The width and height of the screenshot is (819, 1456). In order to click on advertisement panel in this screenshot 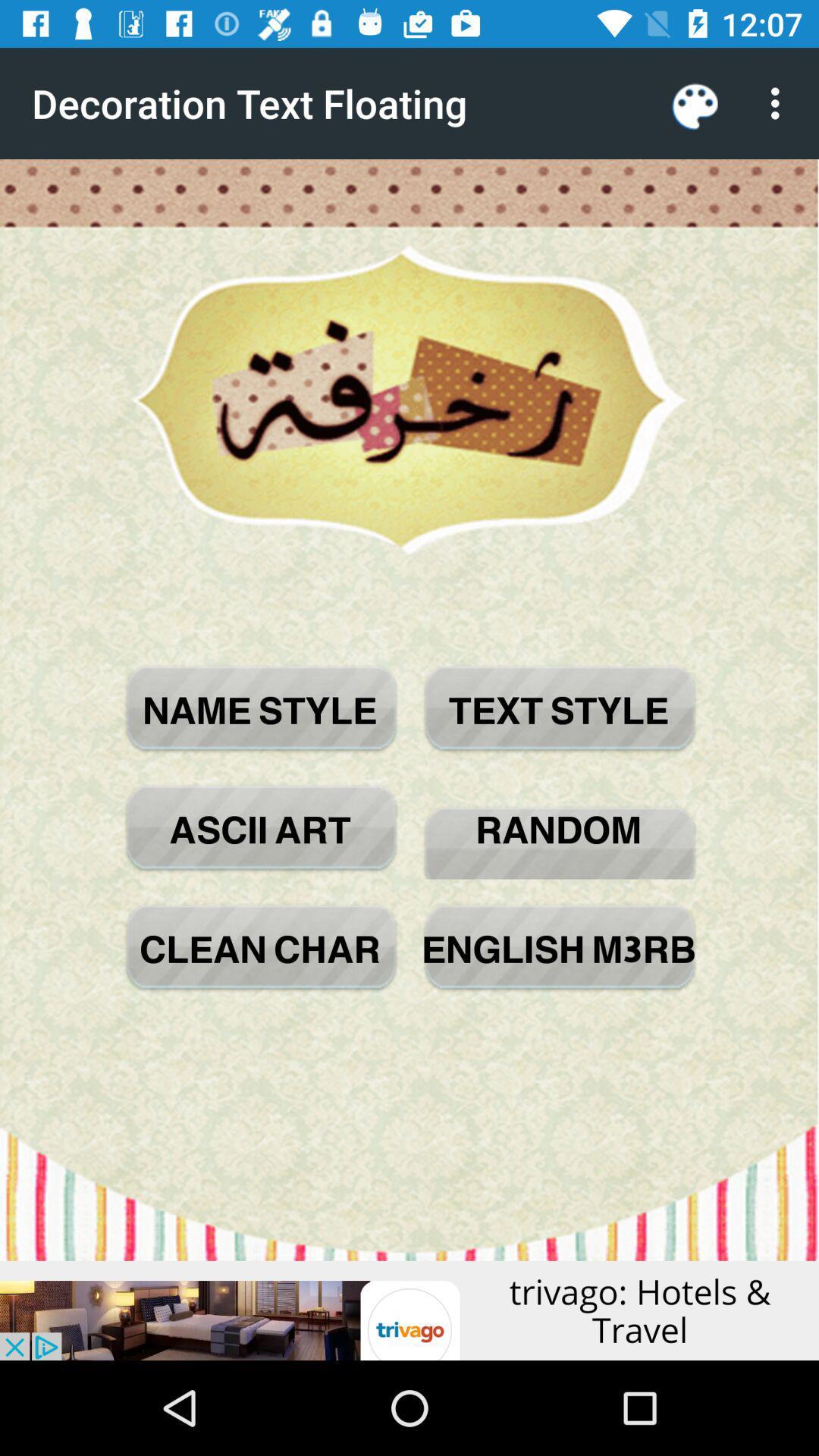, I will do `click(409, 1310)`.